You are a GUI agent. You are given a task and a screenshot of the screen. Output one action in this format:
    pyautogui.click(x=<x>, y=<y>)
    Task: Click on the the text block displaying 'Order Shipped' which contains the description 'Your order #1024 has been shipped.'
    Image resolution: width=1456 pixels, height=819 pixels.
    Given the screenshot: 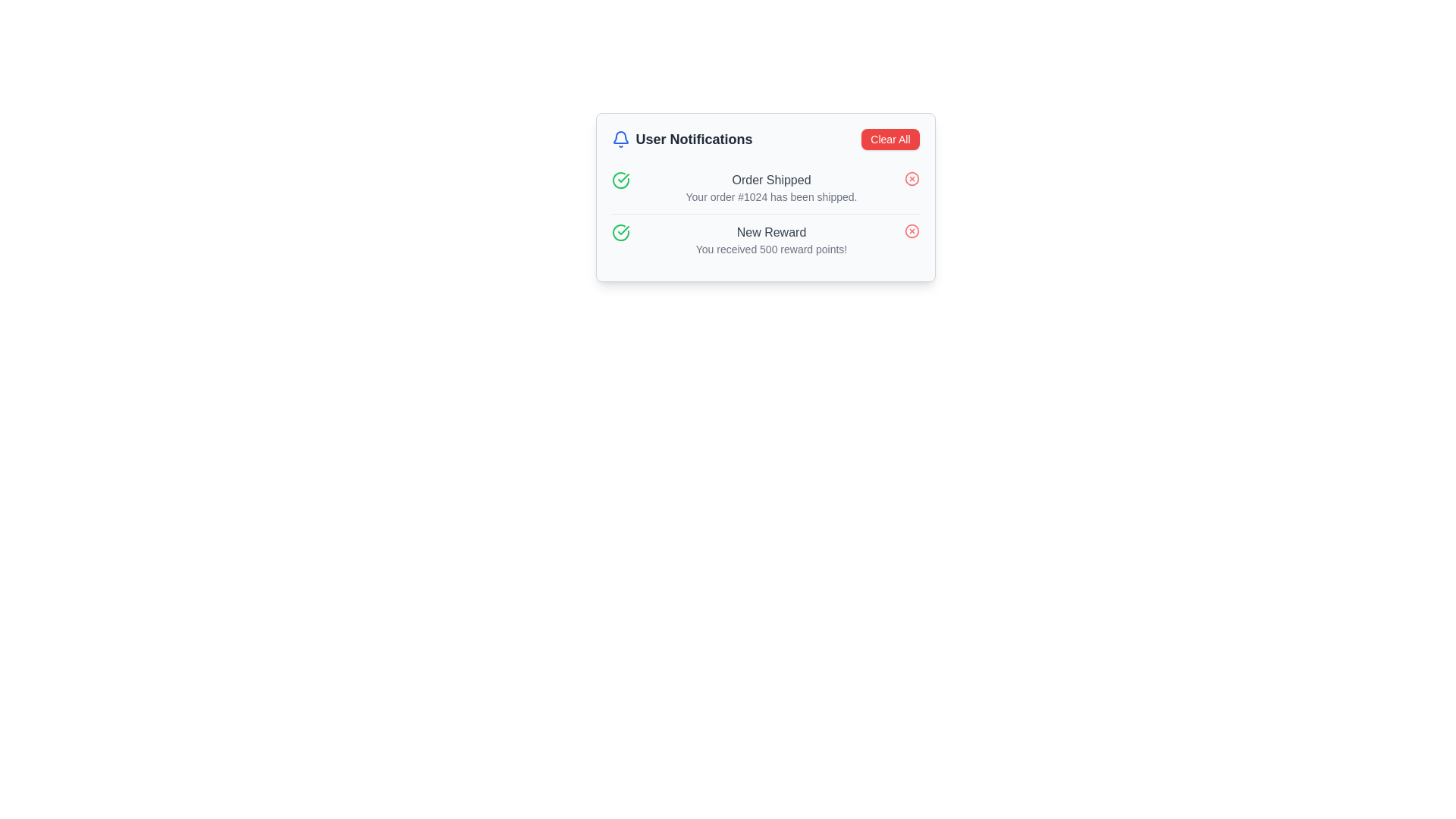 What is the action you would take?
    pyautogui.click(x=771, y=187)
    